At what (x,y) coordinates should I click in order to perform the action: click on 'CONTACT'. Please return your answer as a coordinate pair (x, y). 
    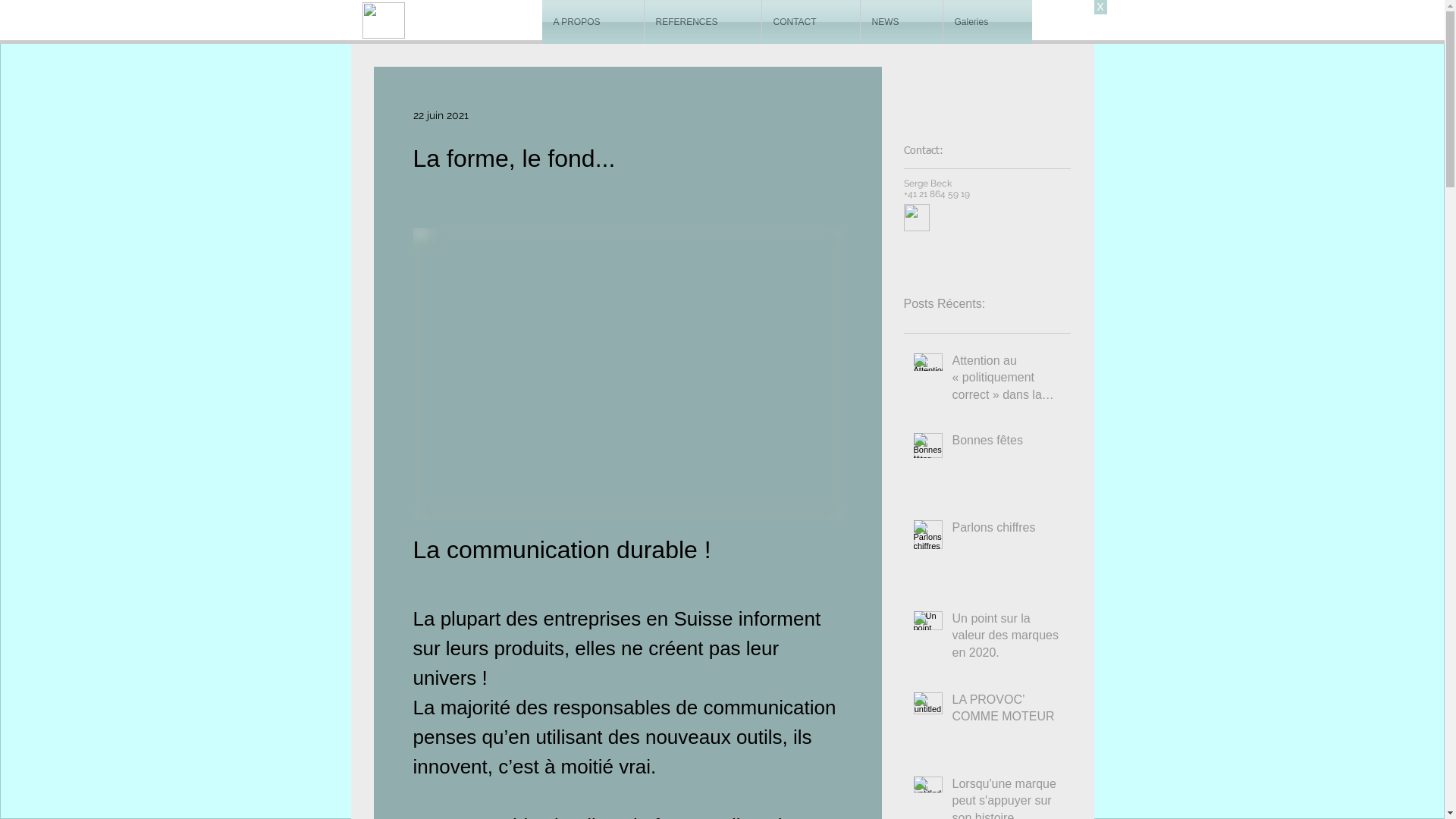
    Looking at the image, I should click on (809, 22).